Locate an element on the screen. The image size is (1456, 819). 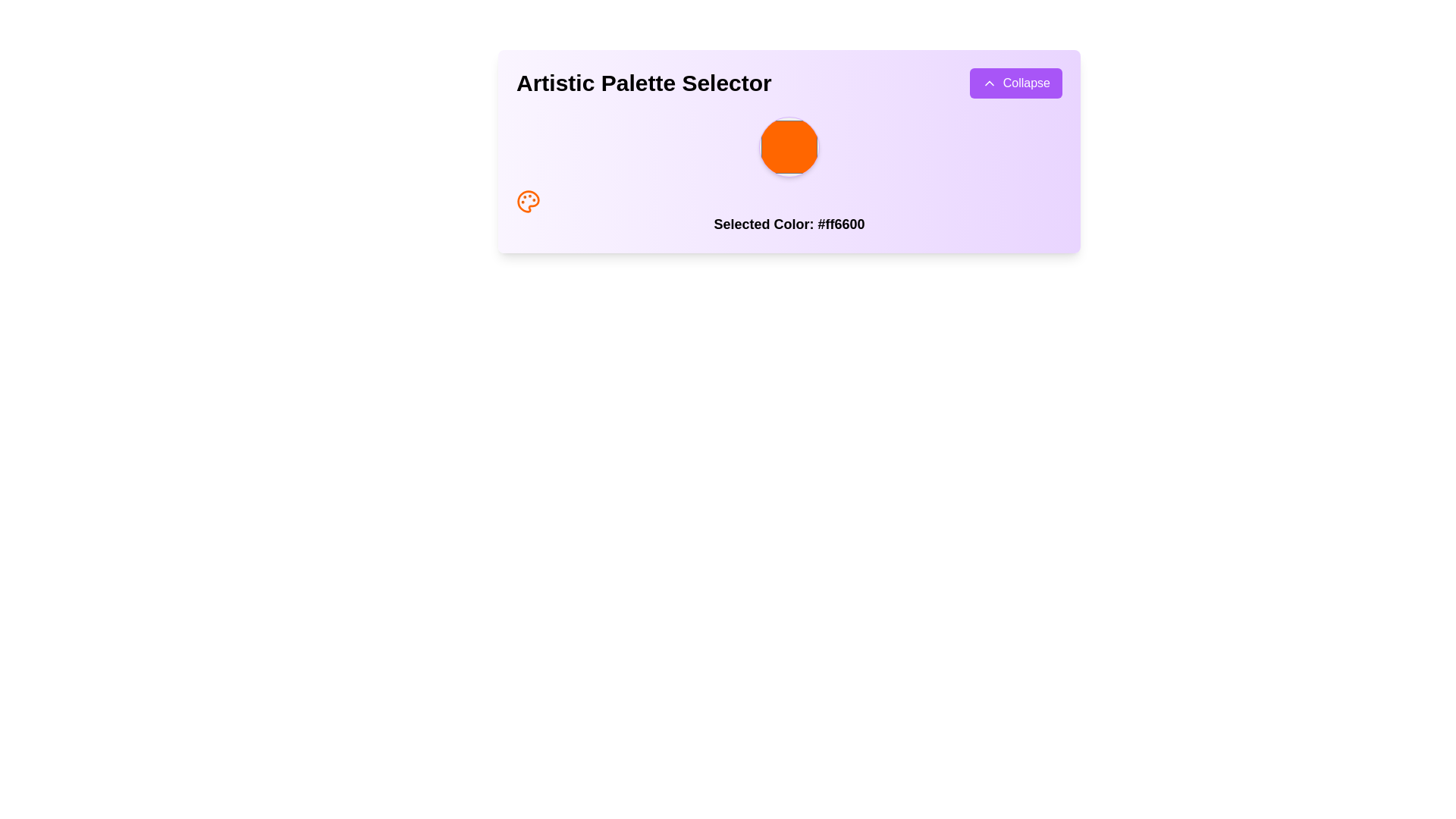
the Text Label that displays the currently selected color '#ff6600', located at the bottom of a card-like component, directly beneath an orange graphical icon is located at coordinates (789, 224).